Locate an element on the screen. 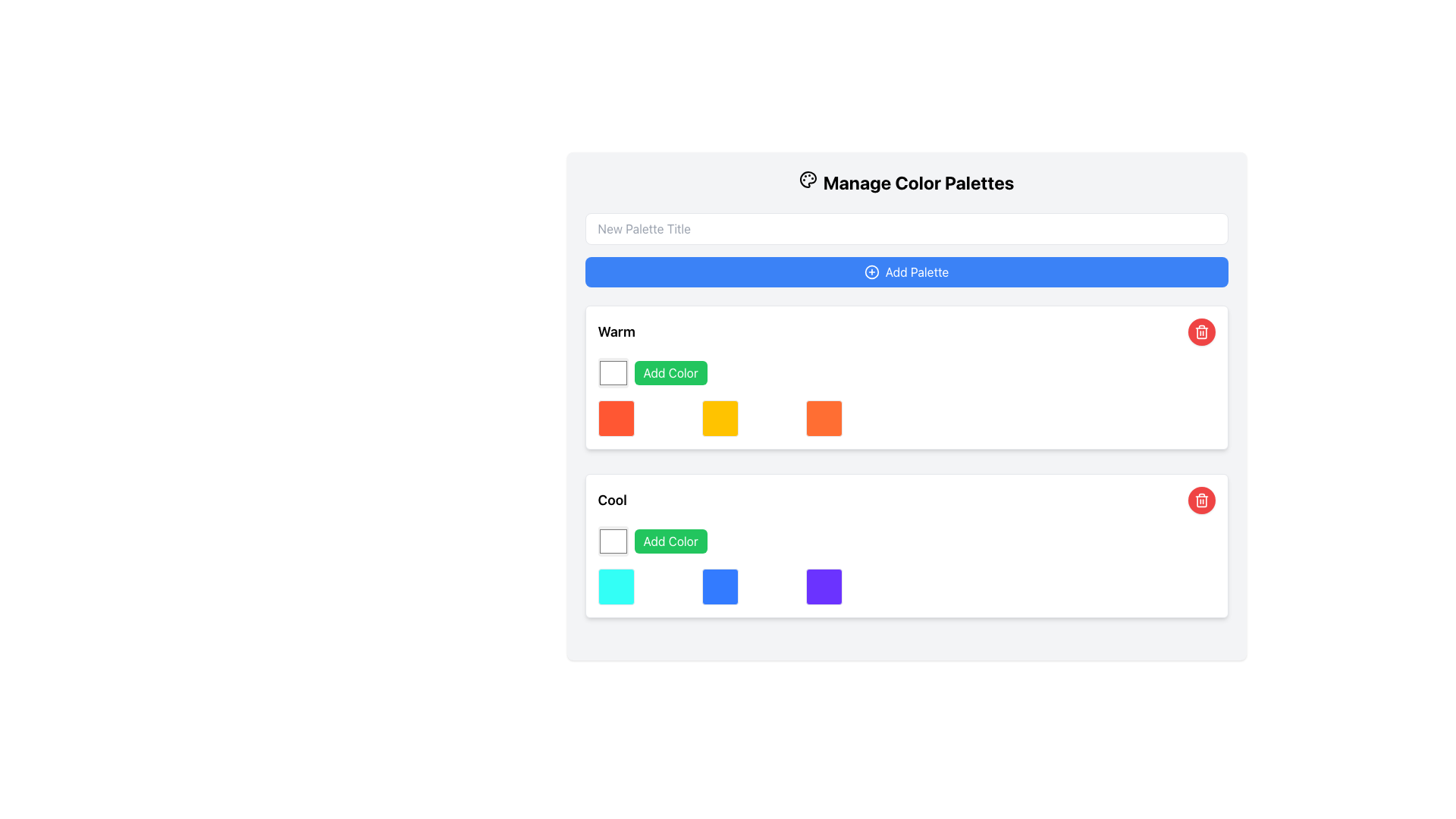  the Color Picker or Display Swatch in the 'Cool' palette section is located at coordinates (613, 540).